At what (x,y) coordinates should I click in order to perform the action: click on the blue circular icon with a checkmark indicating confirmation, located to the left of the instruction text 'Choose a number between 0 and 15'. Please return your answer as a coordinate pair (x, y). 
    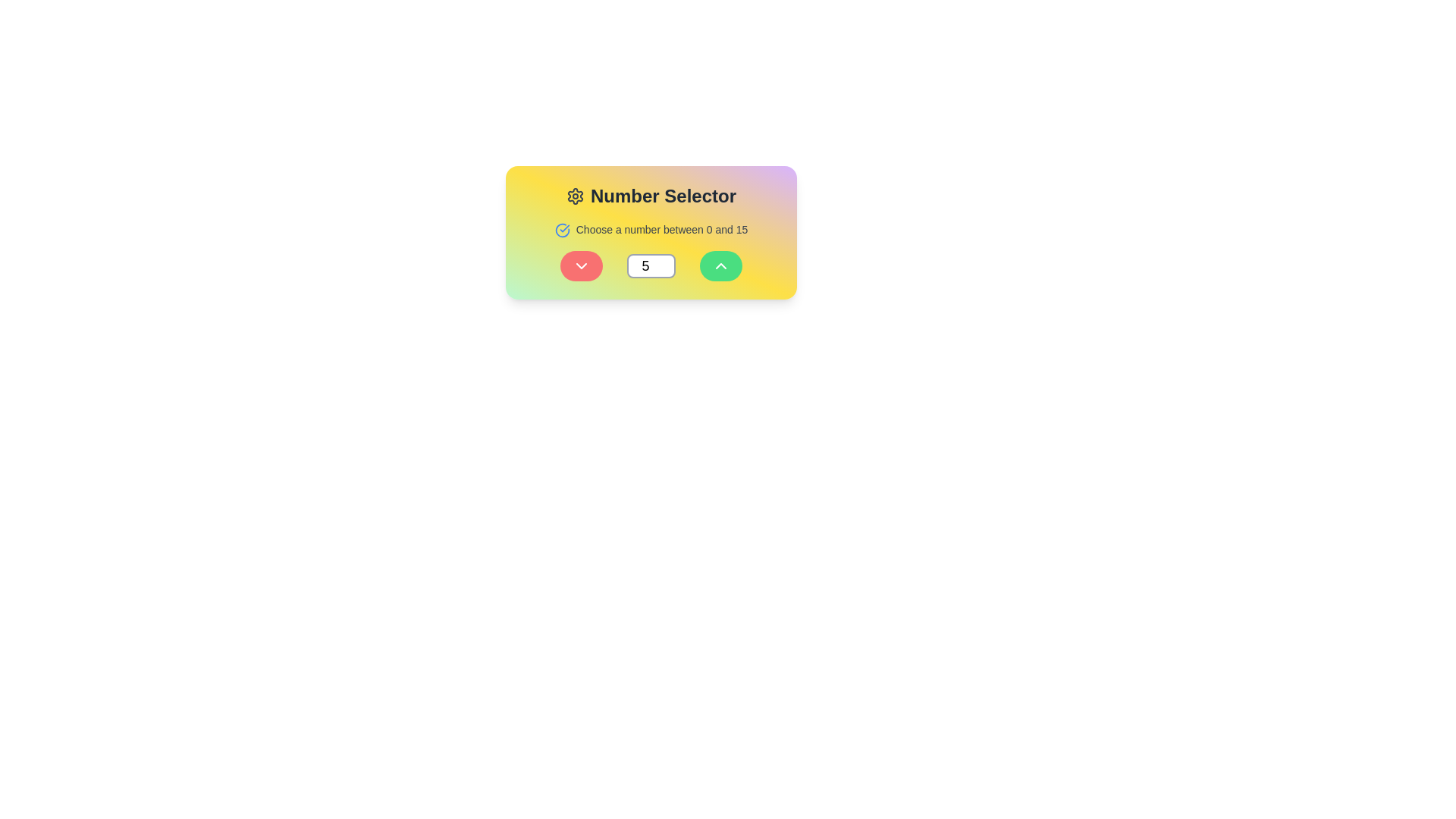
    Looking at the image, I should click on (561, 230).